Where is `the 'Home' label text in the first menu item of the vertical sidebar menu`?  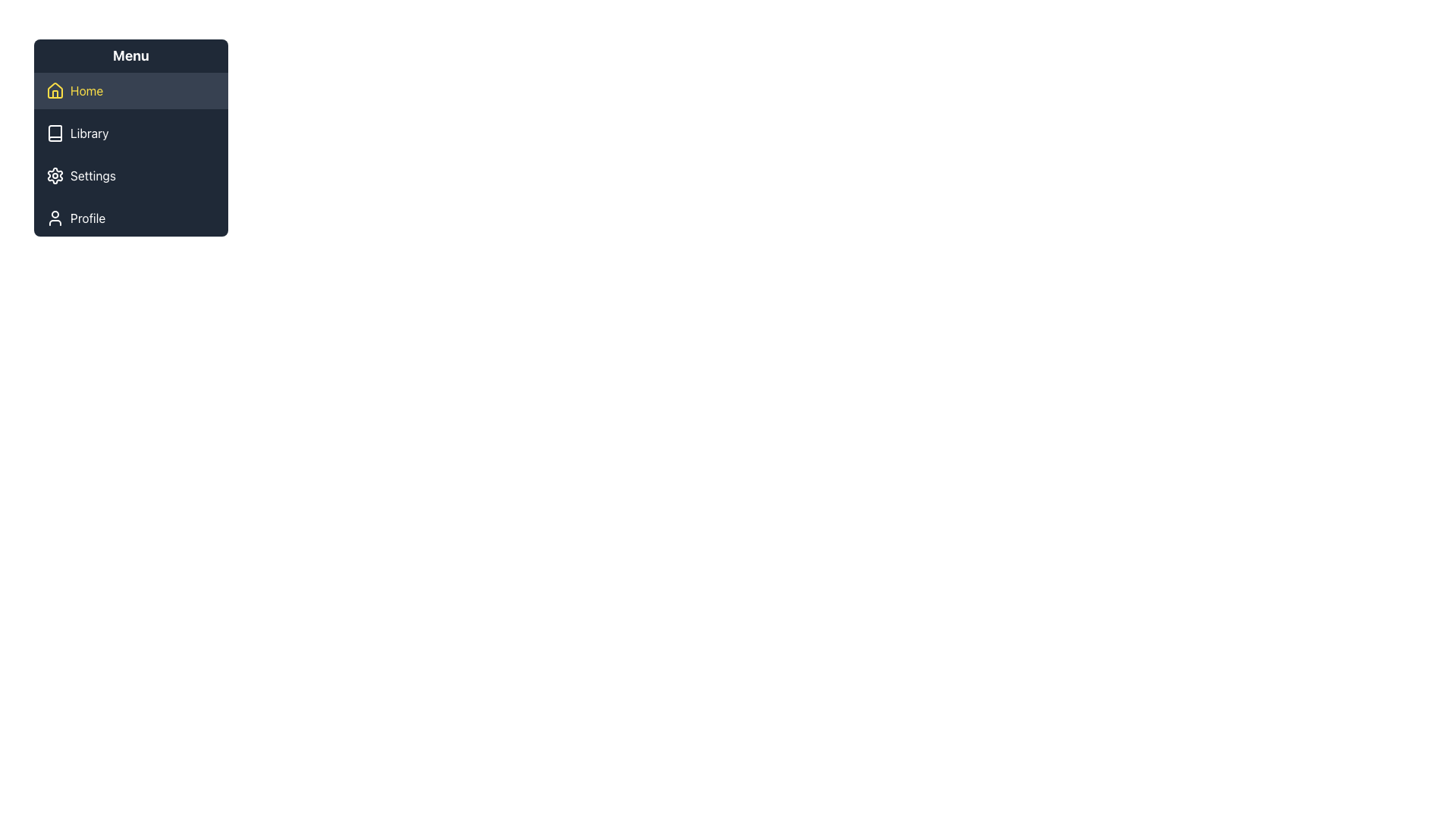 the 'Home' label text in the first menu item of the vertical sidebar menu is located at coordinates (86, 90).